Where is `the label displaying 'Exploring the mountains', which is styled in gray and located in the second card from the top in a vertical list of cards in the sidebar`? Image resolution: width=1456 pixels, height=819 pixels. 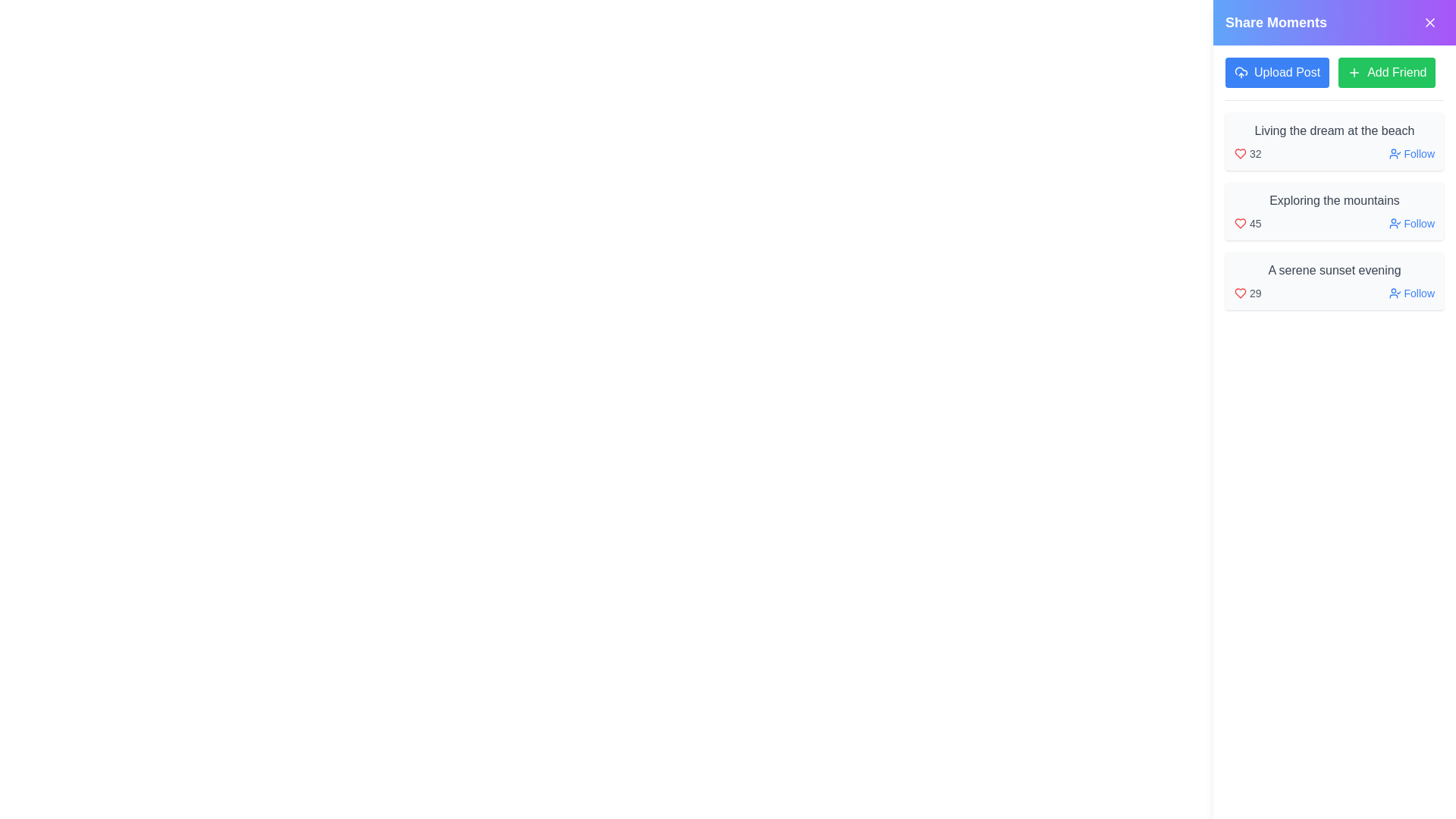
the label displaying 'Exploring the mountains', which is styled in gray and located in the second card from the top in a vertical list of cards in the sidebar is located at coordinates (1335, 200).